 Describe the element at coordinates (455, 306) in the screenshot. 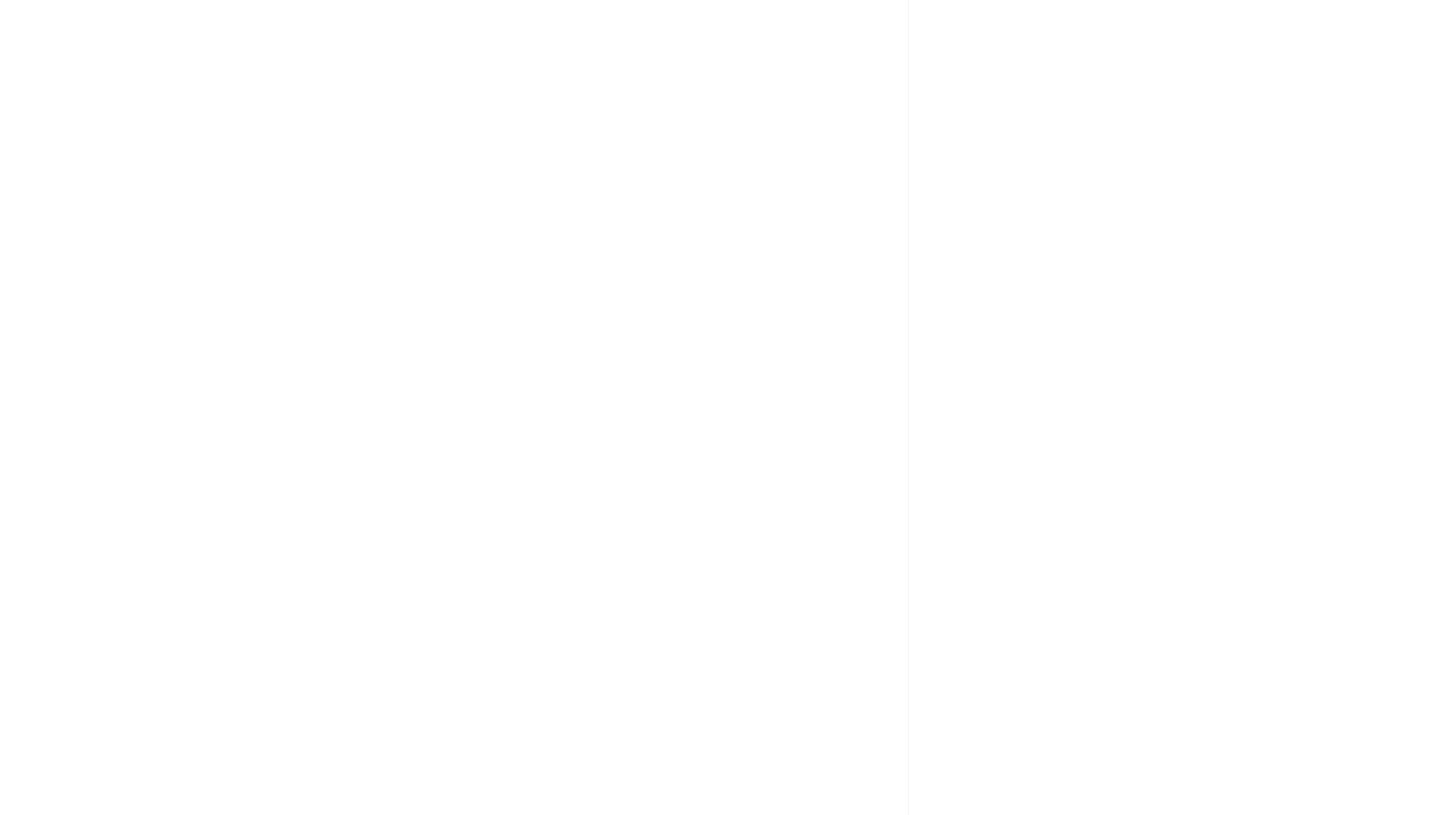

I see `'Registered under The National Trust with Registration No. AASH16515908695'` at that location.